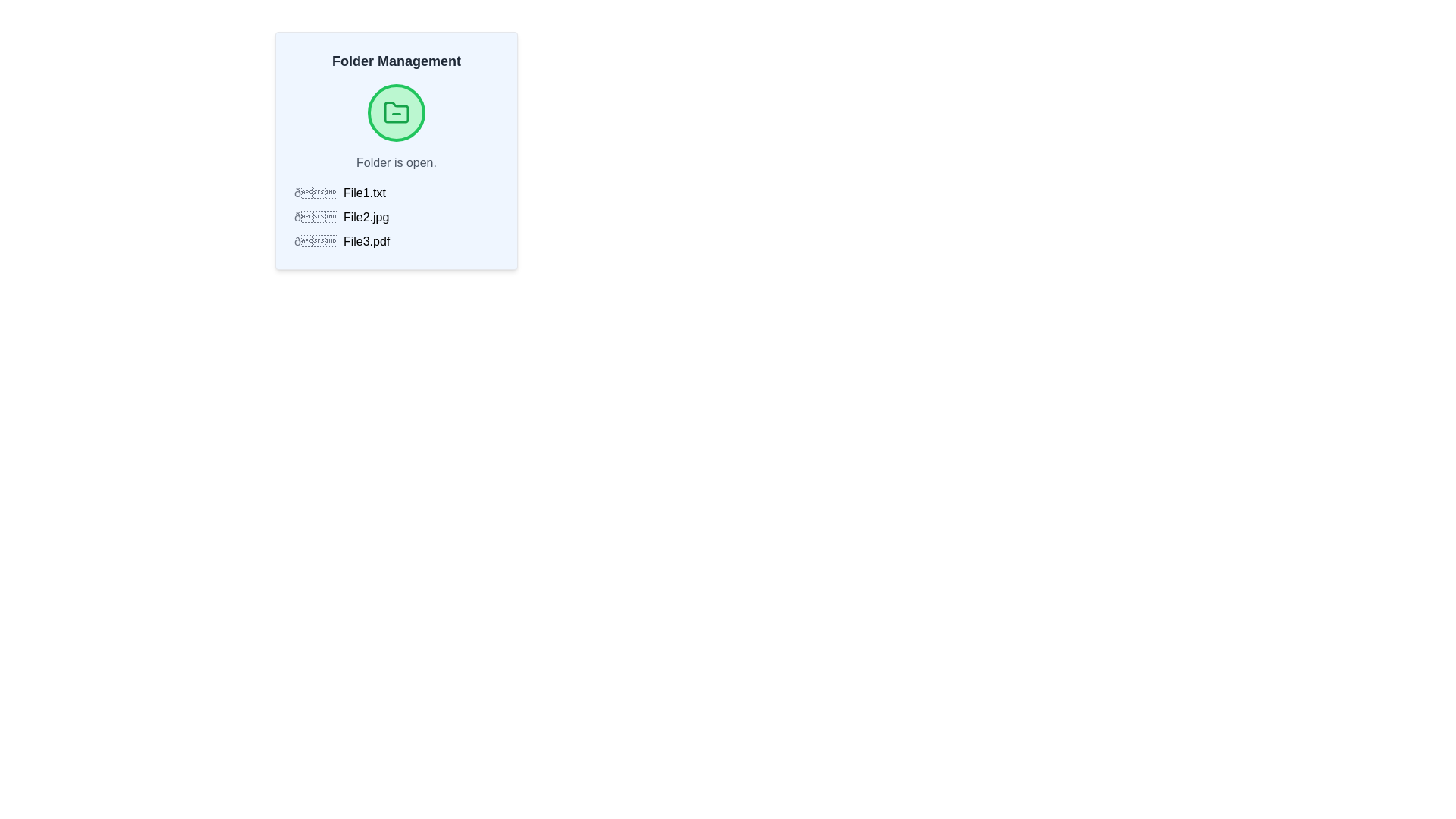 The image size is (1456, 819). I want to click on the 'Remove from folder' icon within the green circular frame, located in the 'Folder Management' section, so click(397, 112).